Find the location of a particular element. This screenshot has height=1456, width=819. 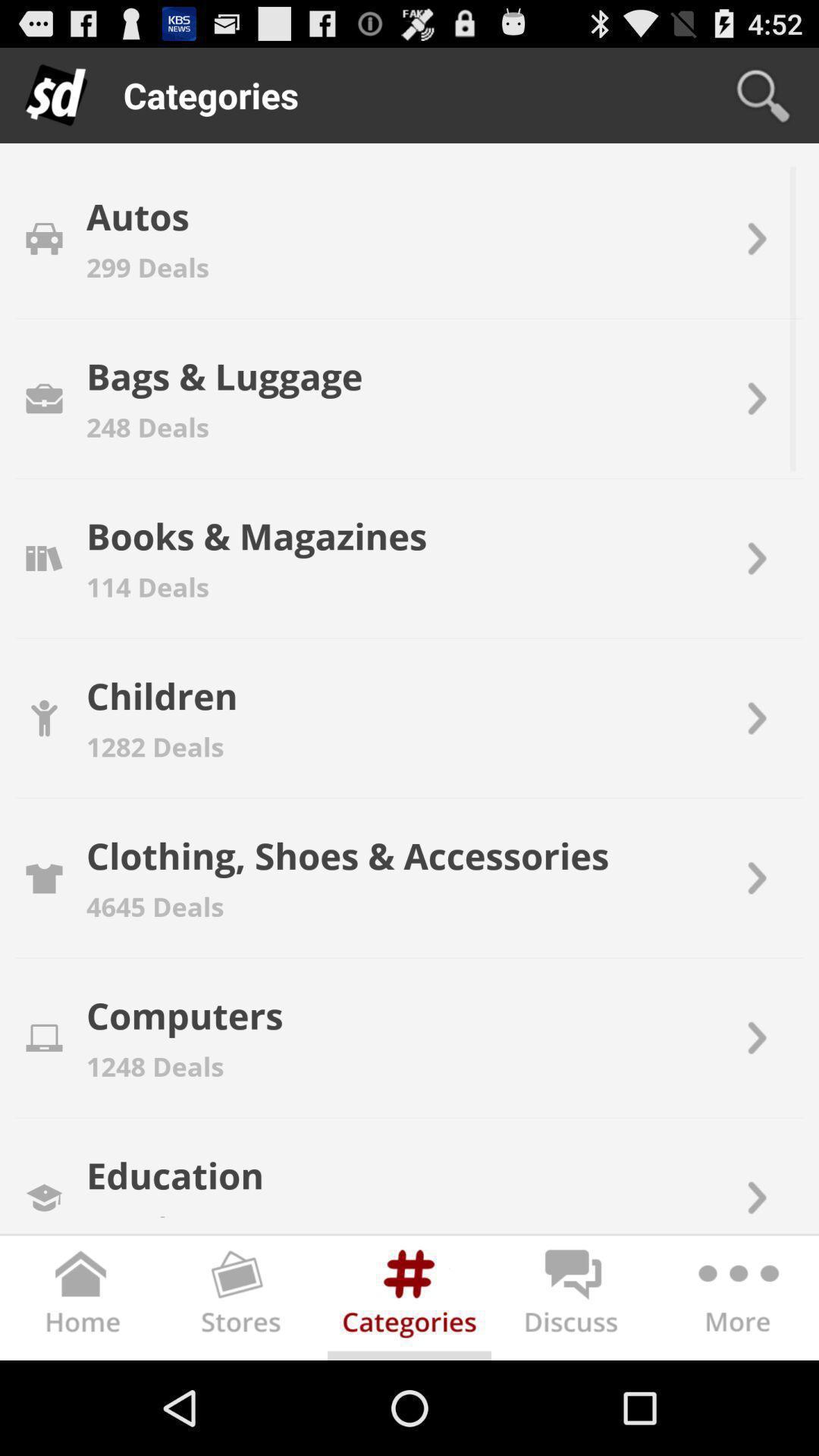

activate discuss function is located at coordinates (573, 1301).